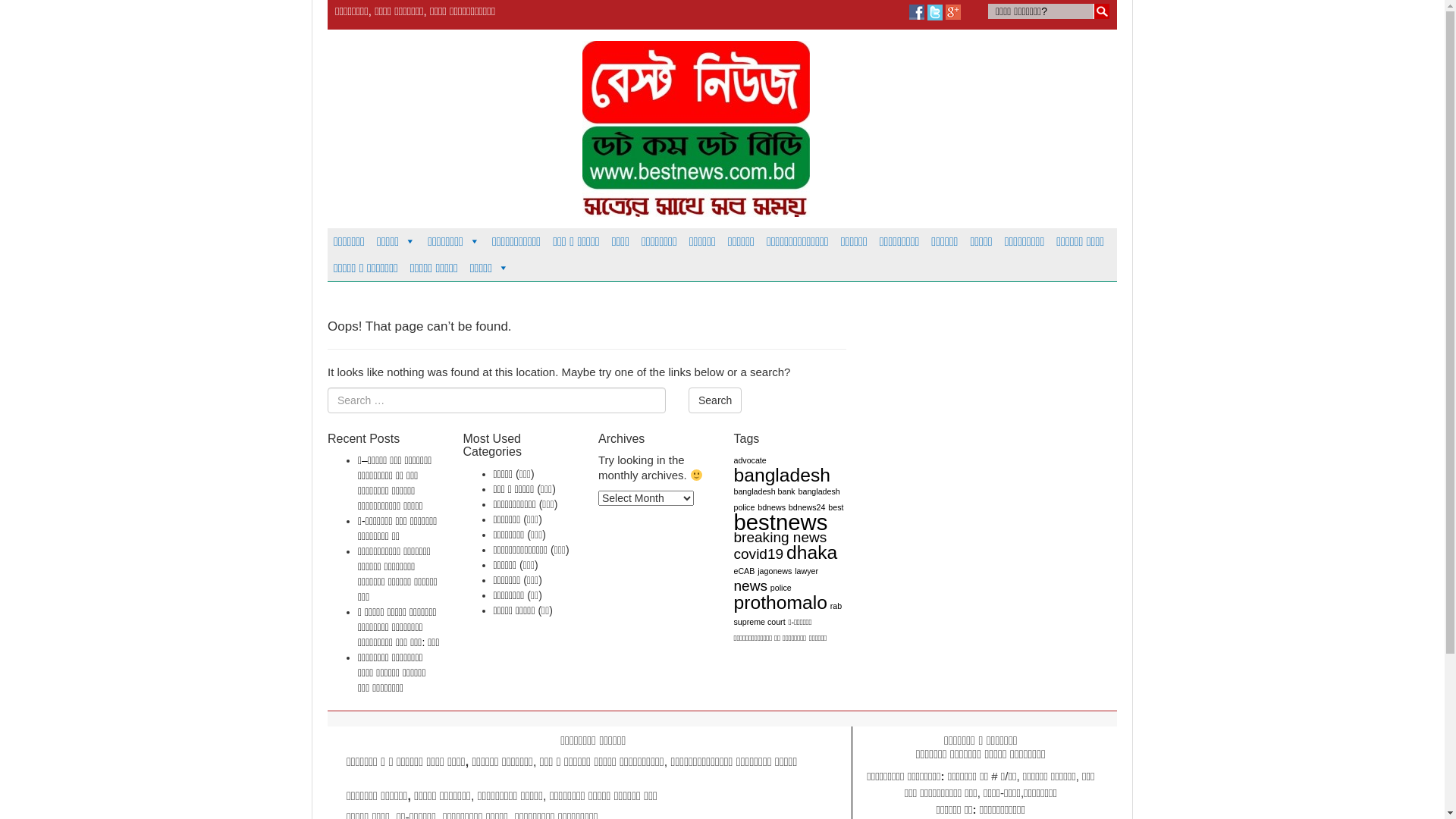 This screenshot has width=1456, height=819. Describe the element at coordinates (783, 474) in the screenshot. I see `'bangladesh'` at that location.